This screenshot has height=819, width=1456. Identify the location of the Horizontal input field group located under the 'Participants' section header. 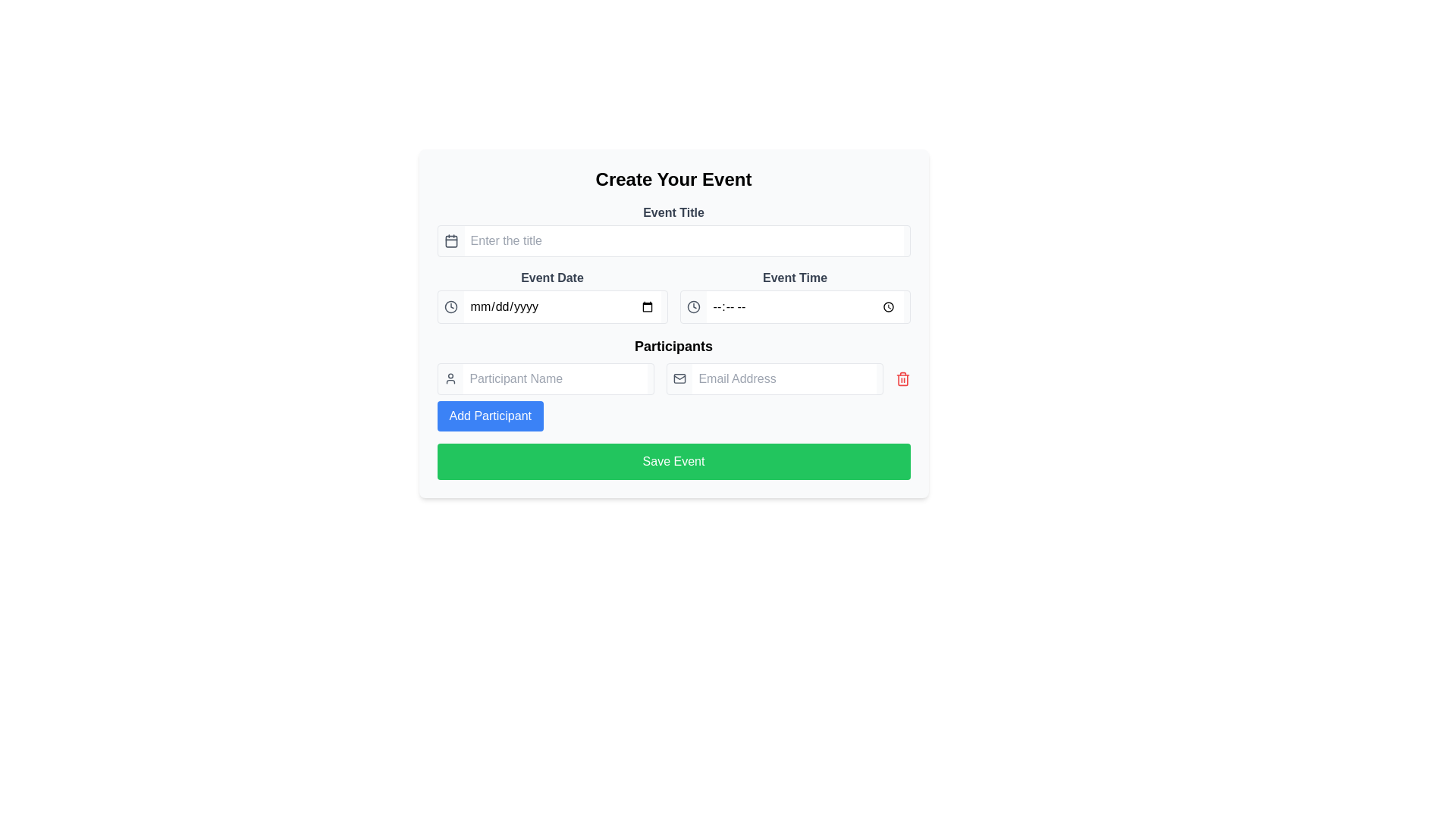
(673, 378).